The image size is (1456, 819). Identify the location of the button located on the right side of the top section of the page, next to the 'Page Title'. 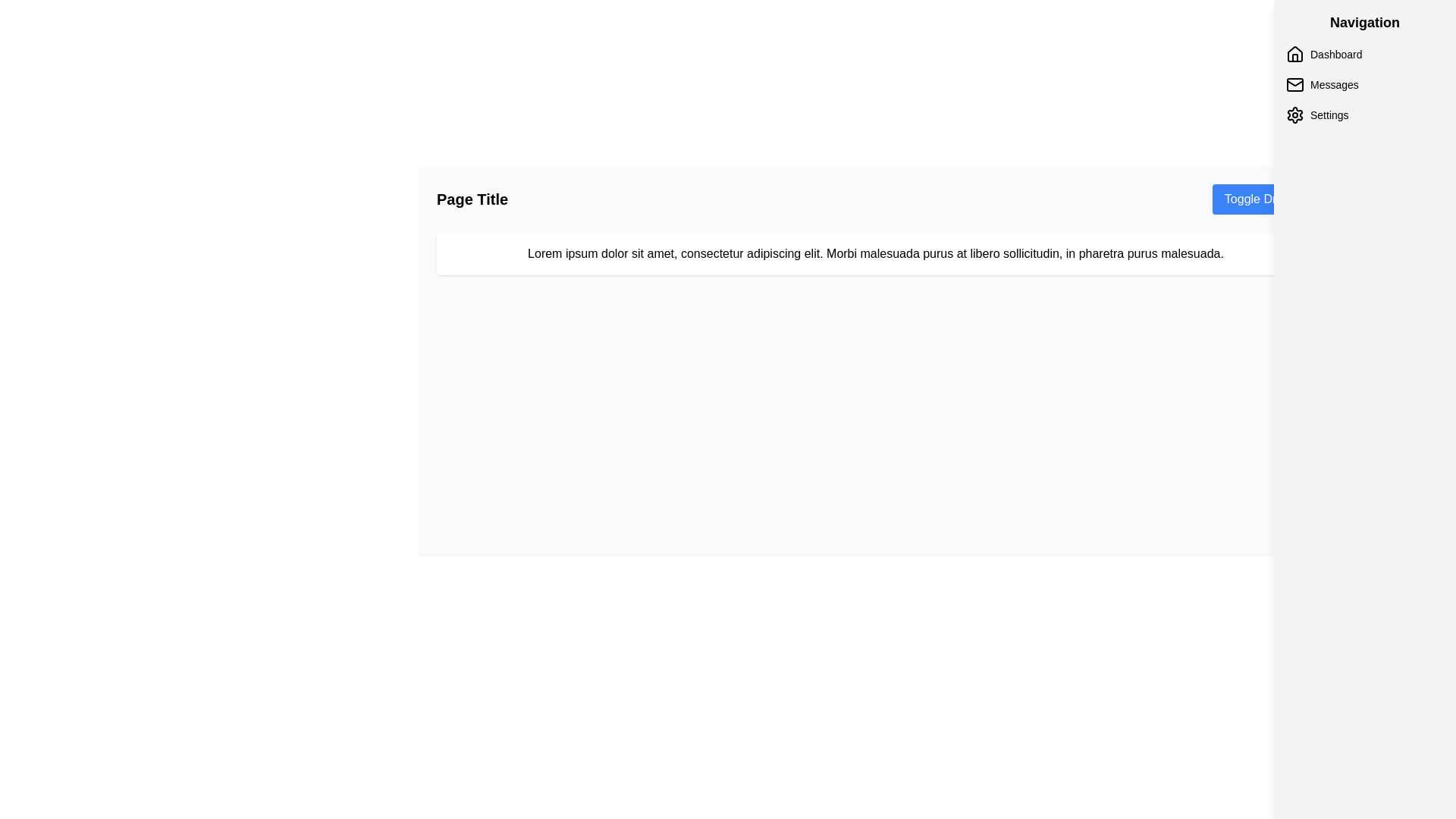
(1263, 198).